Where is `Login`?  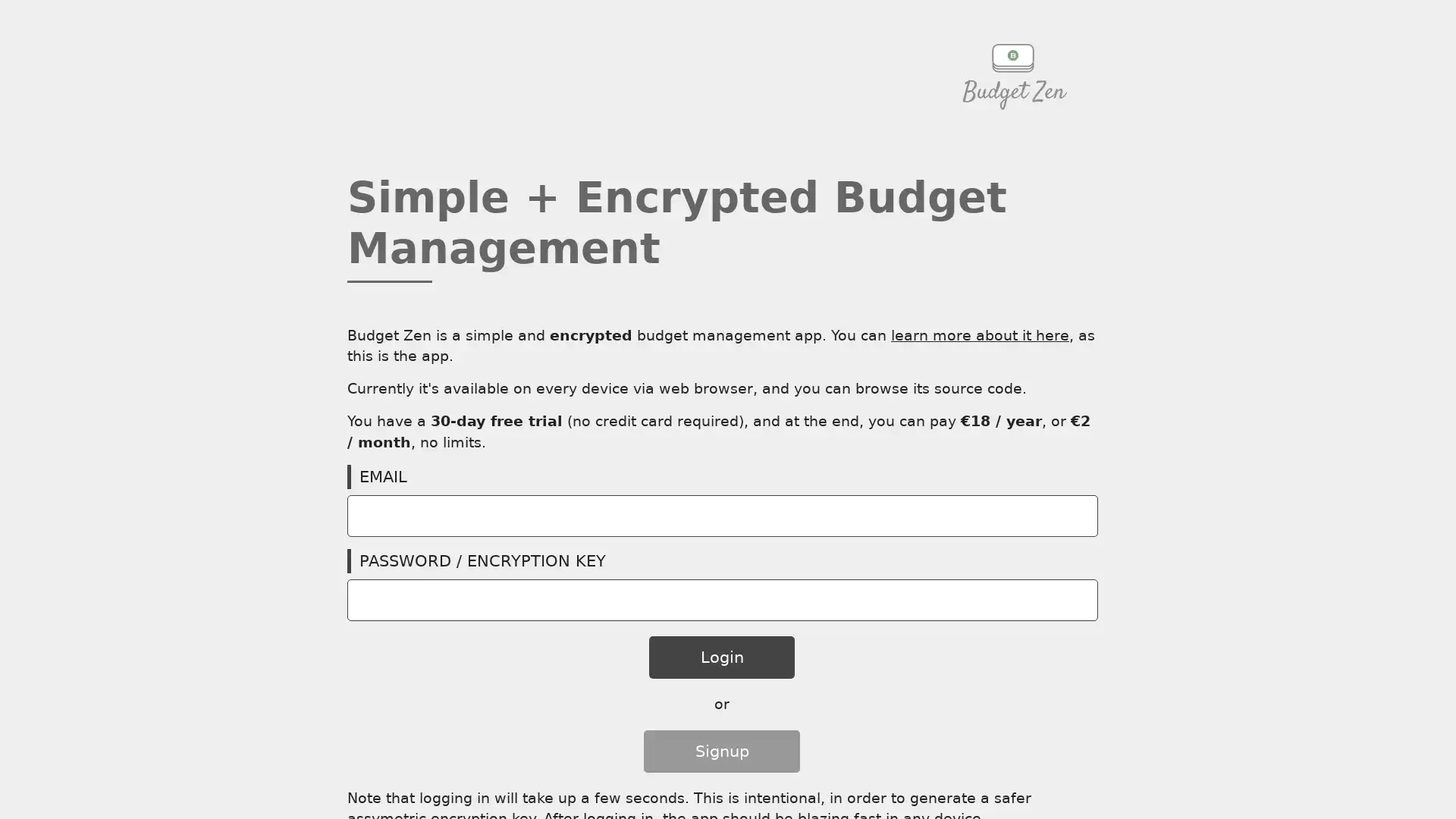 Login is located at coordinates (720, 657).